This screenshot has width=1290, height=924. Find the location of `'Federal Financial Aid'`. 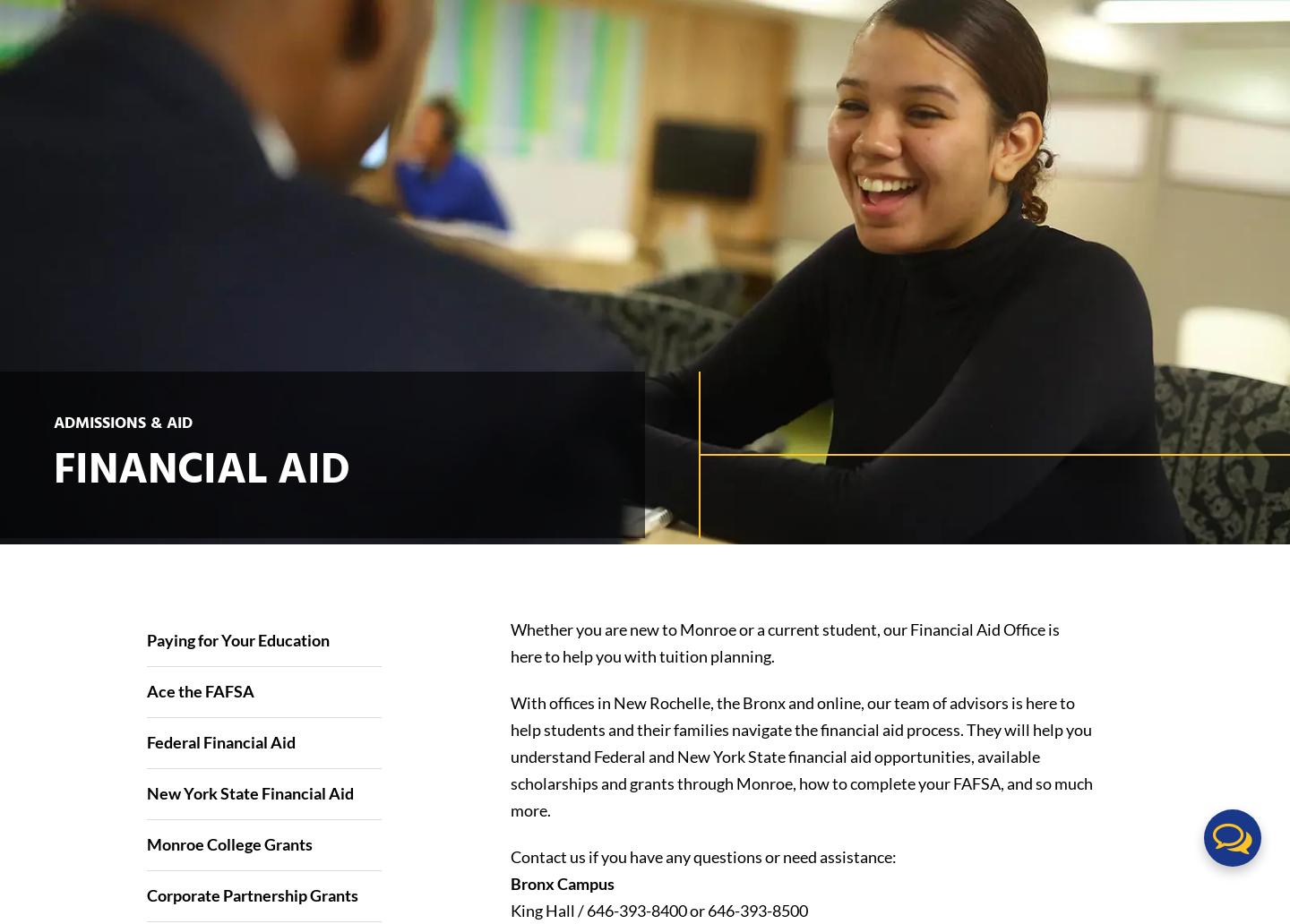

'Federal Financial Aid' is located at coordinates (219, 740).